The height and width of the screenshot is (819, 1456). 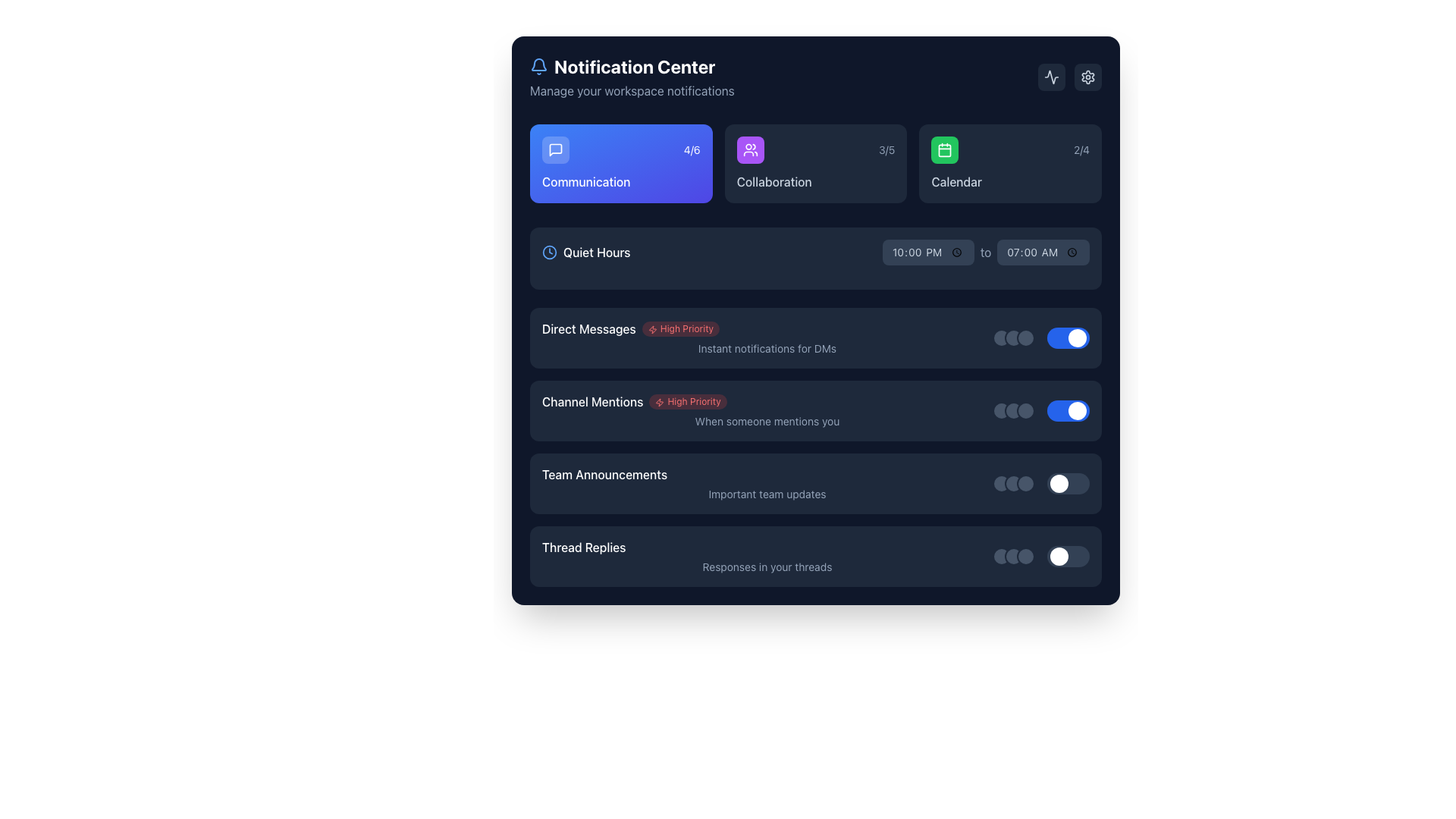 I want to click on the calendar icon located on the right-hand side of the interface, so click(x=944, y=149).